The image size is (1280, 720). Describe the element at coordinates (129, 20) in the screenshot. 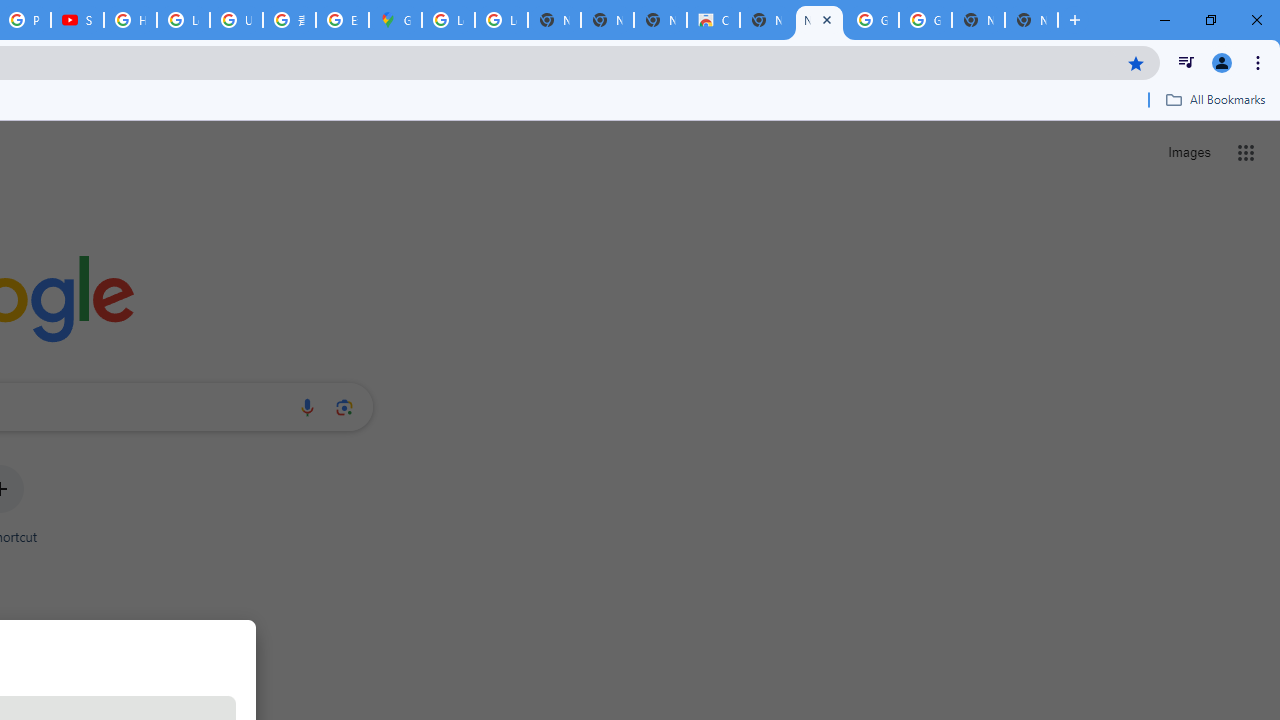

I see `'How Chrome protects your passwords - Google Chrome Help'` at that location.